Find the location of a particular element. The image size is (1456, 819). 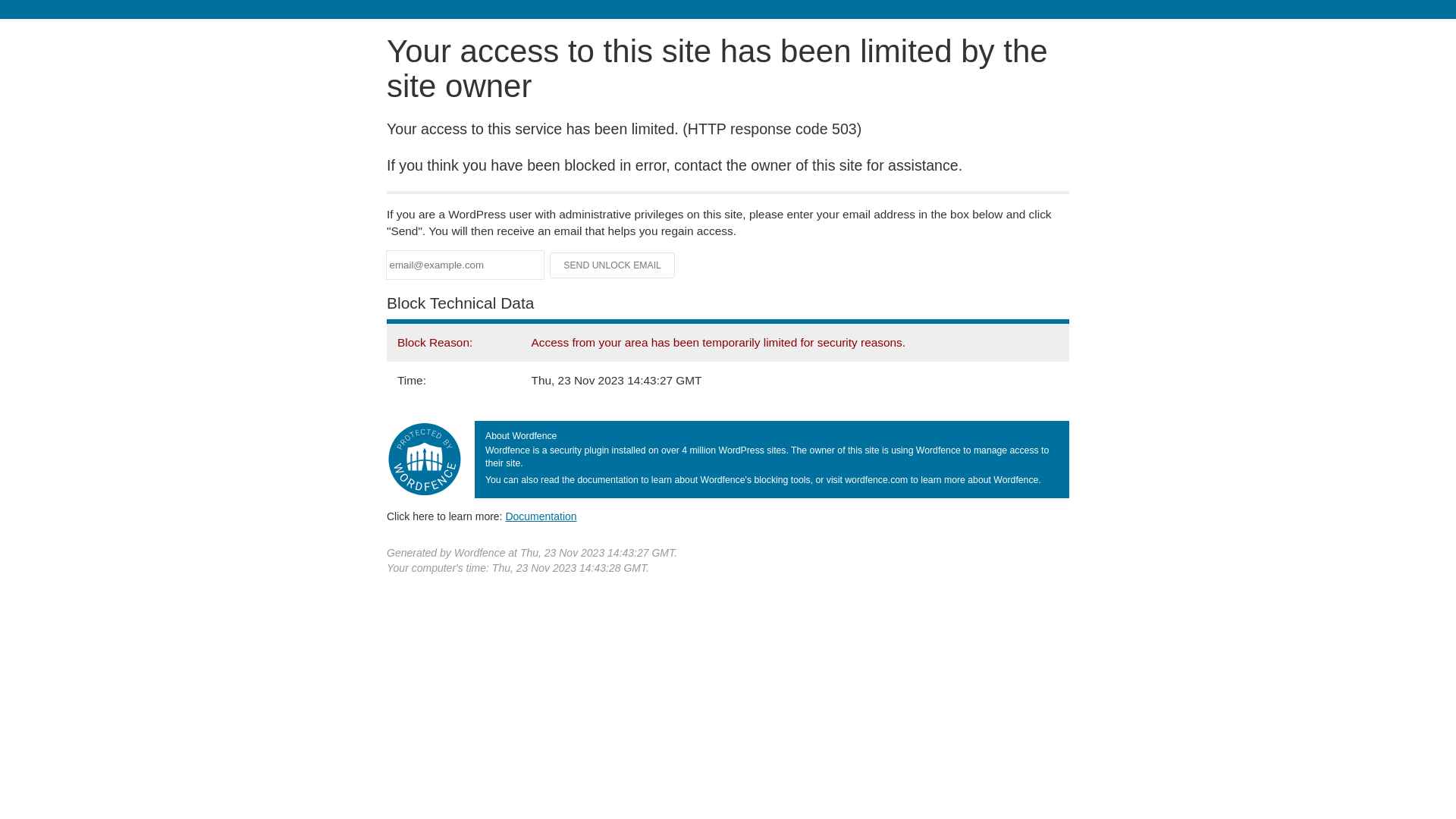

'Documentation' is located at coordinates (541, 516).